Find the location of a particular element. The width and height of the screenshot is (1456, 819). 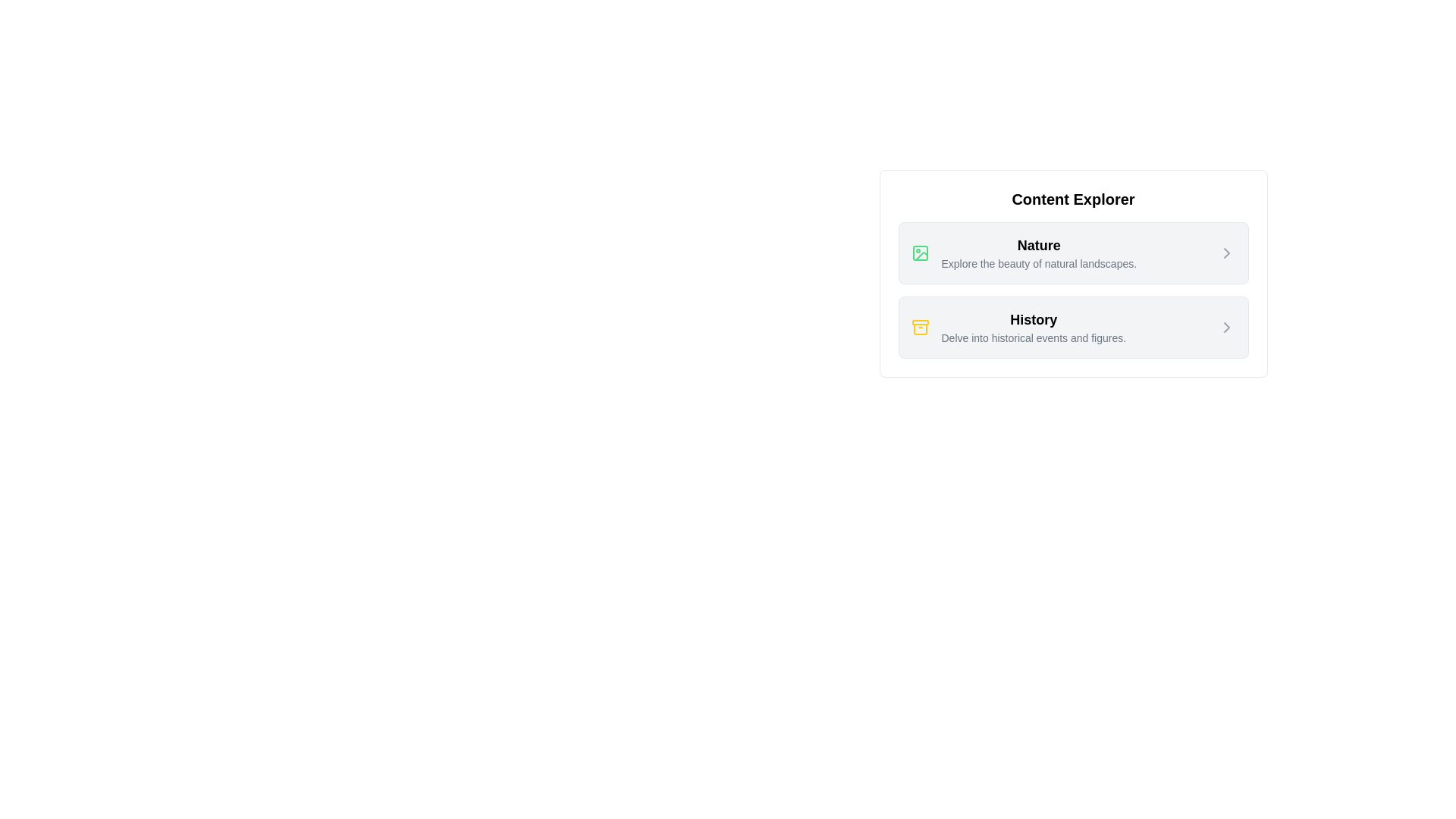

the second list item with text content is located at coordinates (1033, 327).